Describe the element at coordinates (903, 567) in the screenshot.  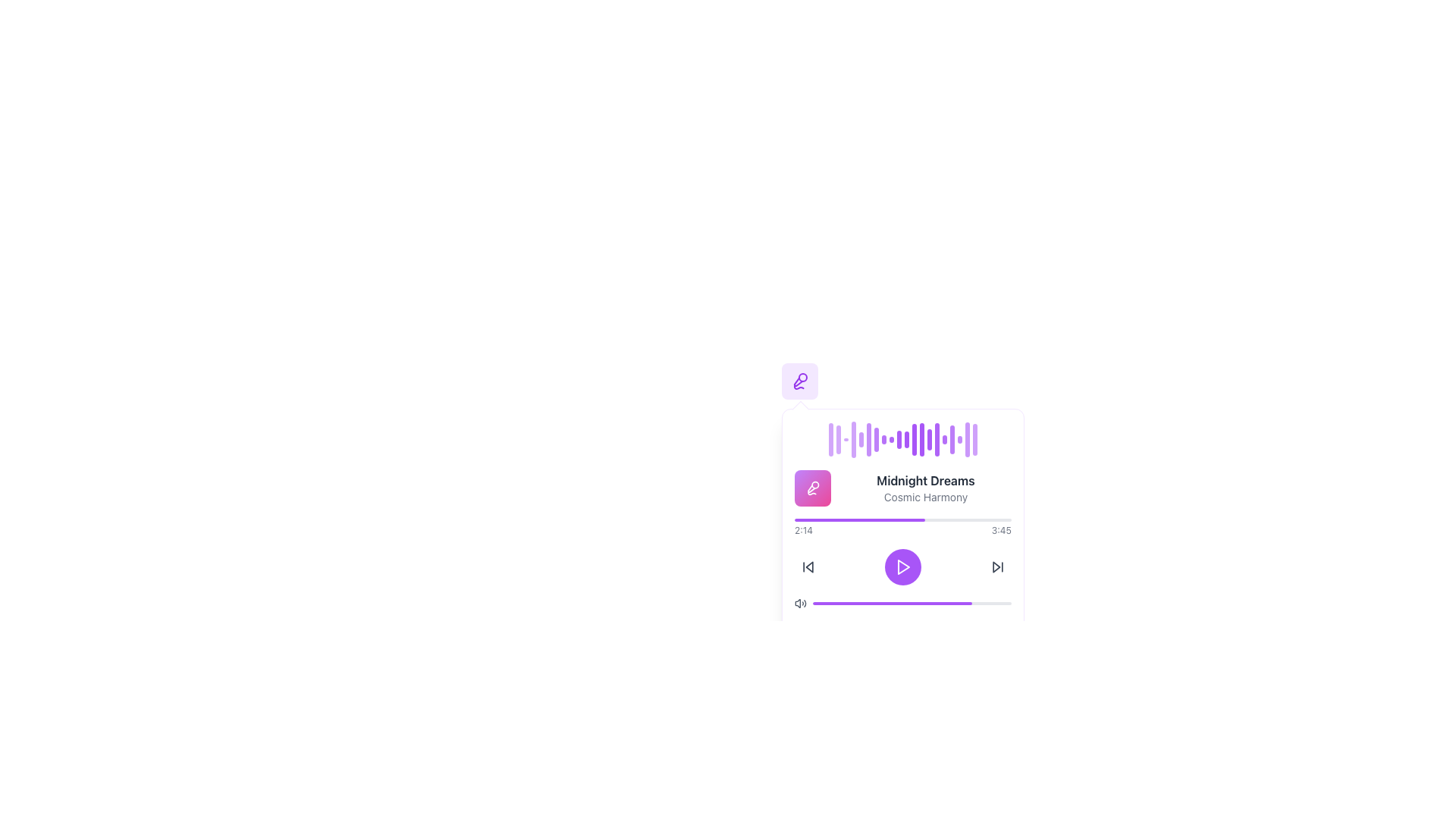
I see `the triangular play icon located within a circular button near the center of the audio player interface` at that location.